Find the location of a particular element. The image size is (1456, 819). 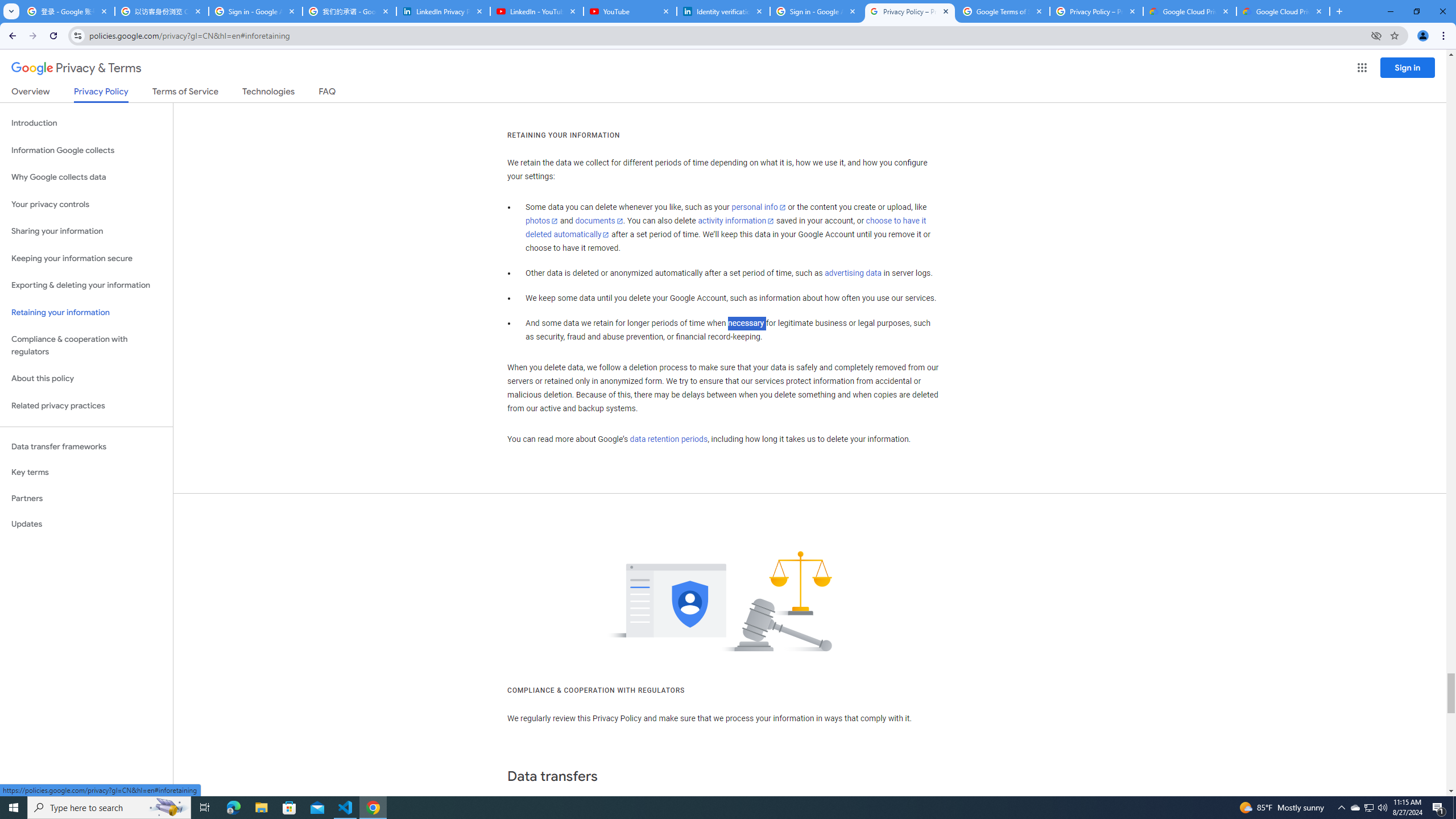

'Retaining your information' is located at coordinates (86, 312).